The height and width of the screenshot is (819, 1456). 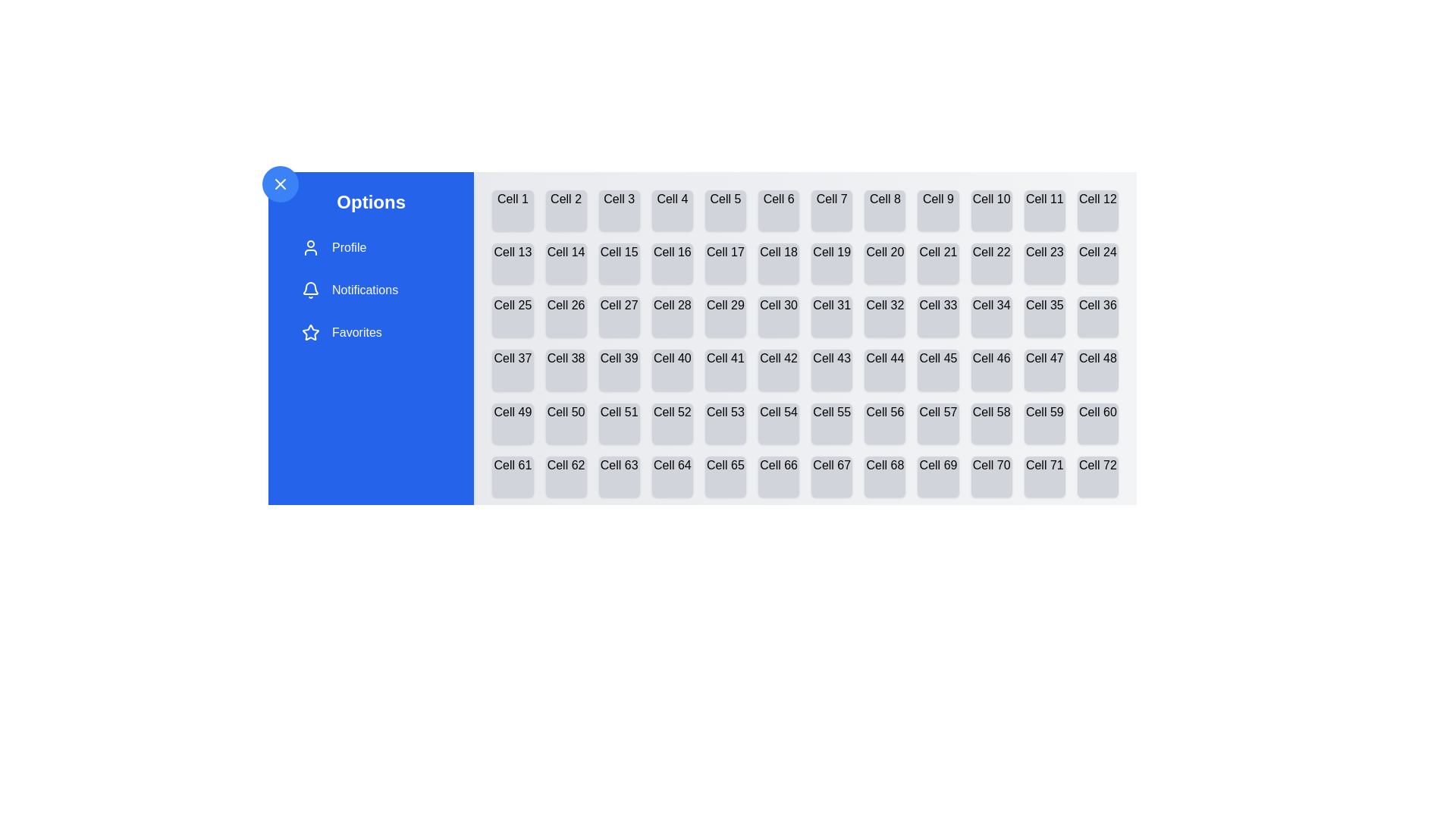 What do you see at coordinates (371, 247) in the screenshot?
I see `the drawer item labeled Profile to observe the visual change` at bounding box center [371, 247].